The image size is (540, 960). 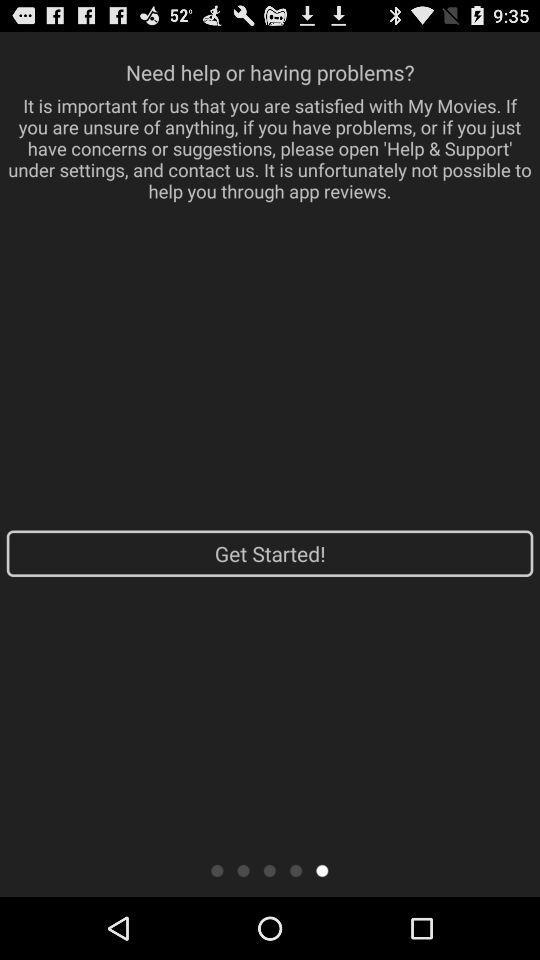 I want to click on the app at the center, so click(x=270, y=553).